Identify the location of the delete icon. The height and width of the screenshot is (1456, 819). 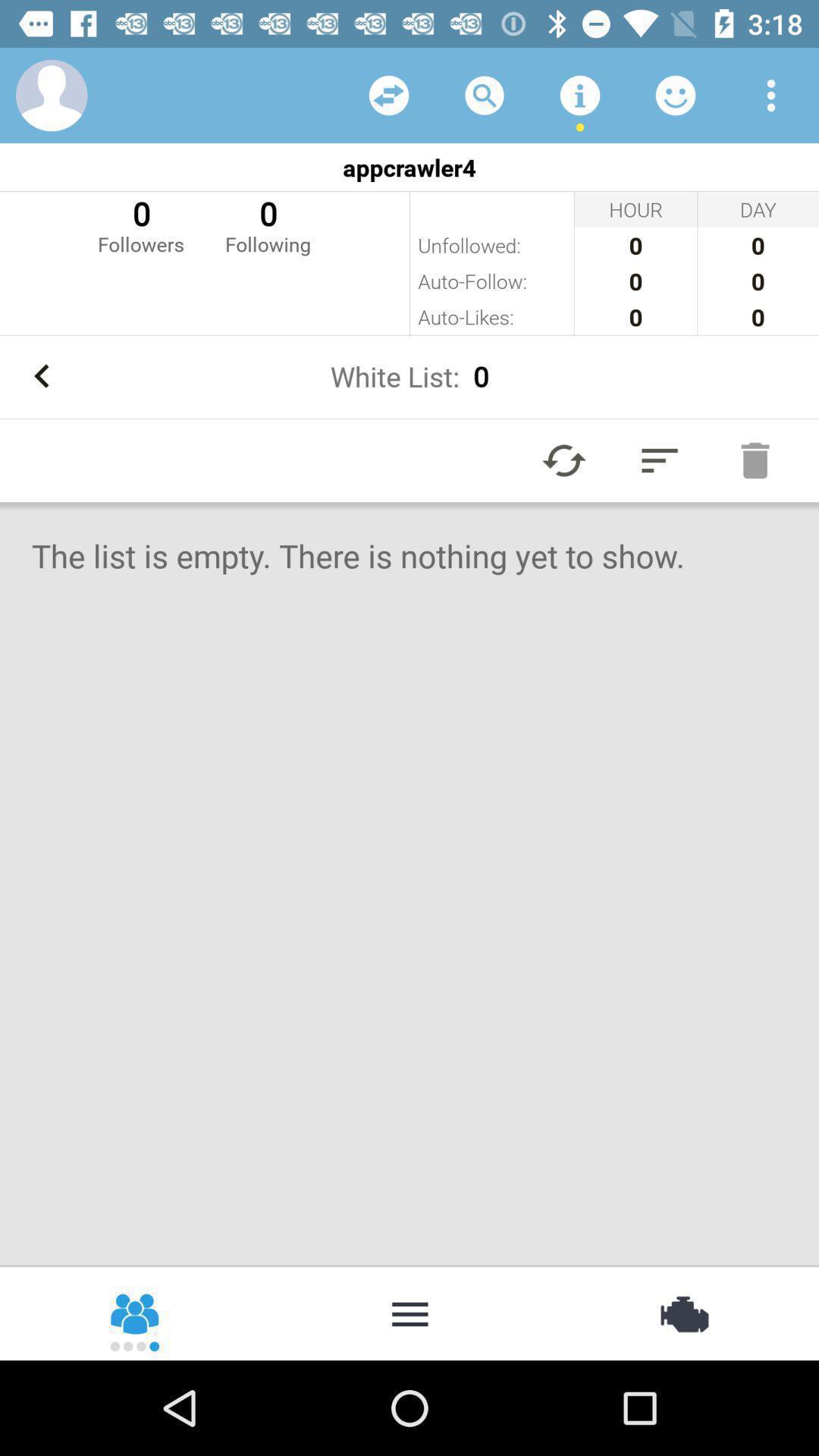
(755, 460).